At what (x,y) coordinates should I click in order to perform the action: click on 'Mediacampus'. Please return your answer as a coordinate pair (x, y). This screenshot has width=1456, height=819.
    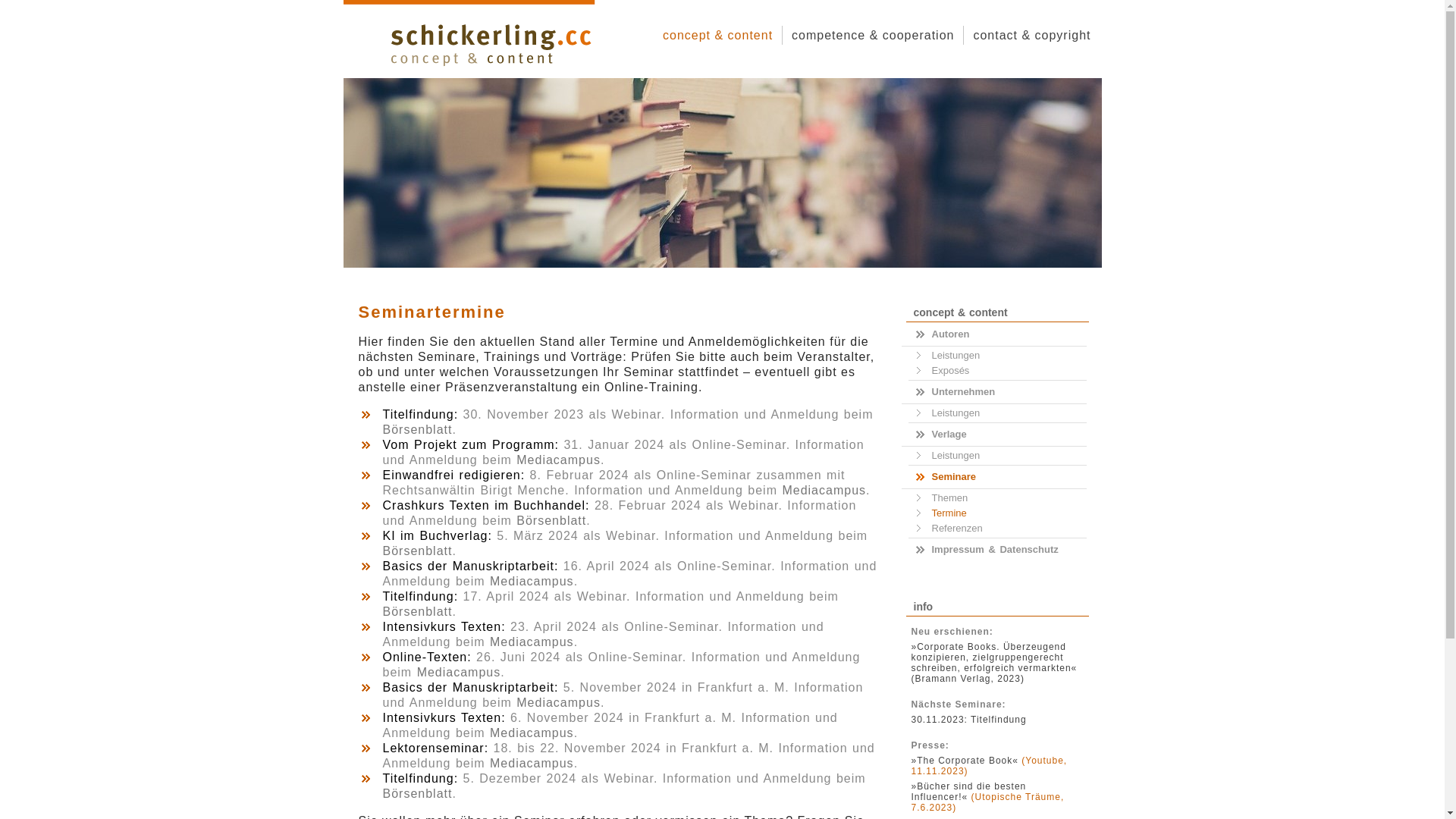
    Looking at the image, I should click on (417, 671).